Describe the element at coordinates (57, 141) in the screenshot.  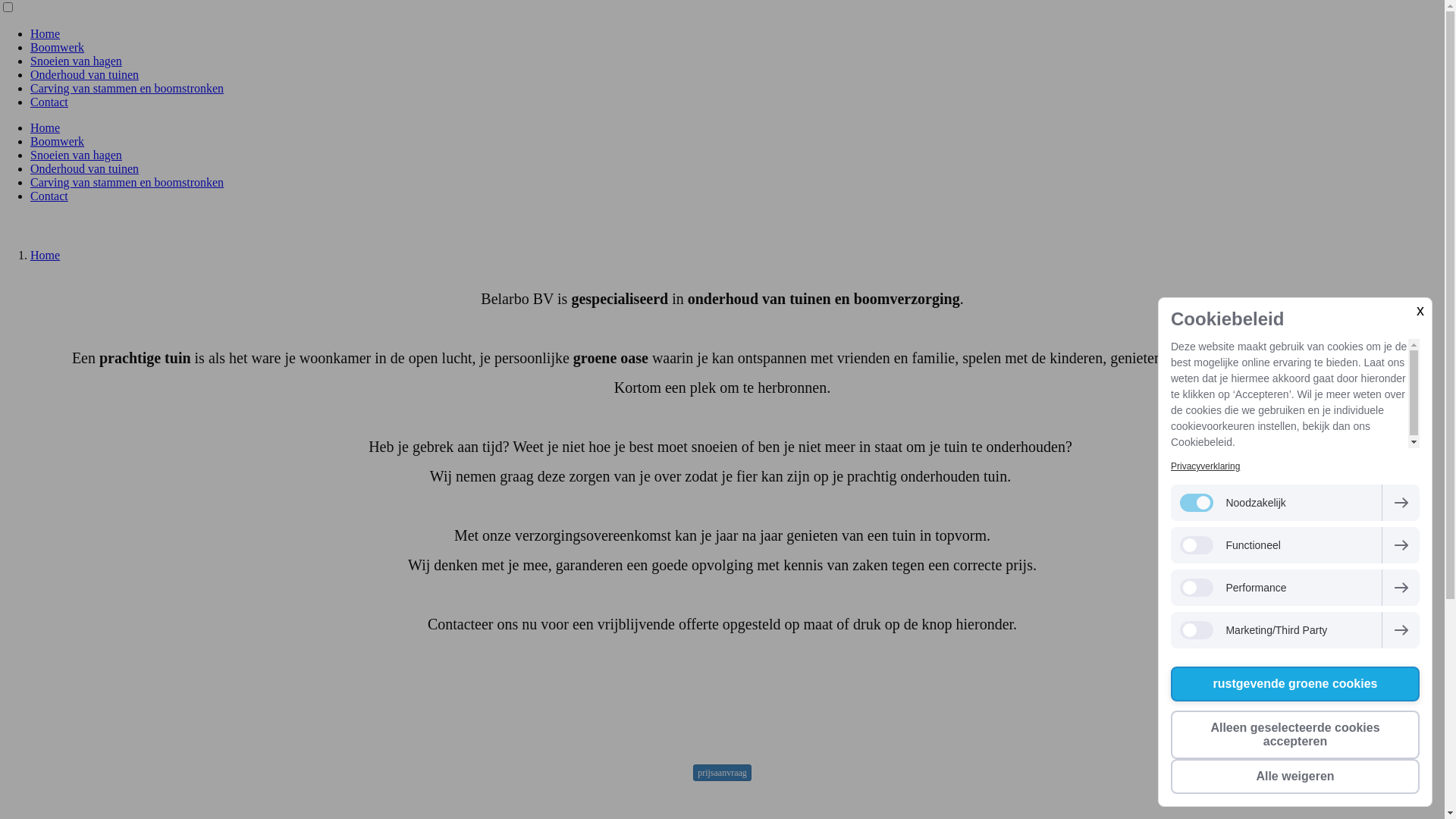
I see `'Boomwerk'` at that location.